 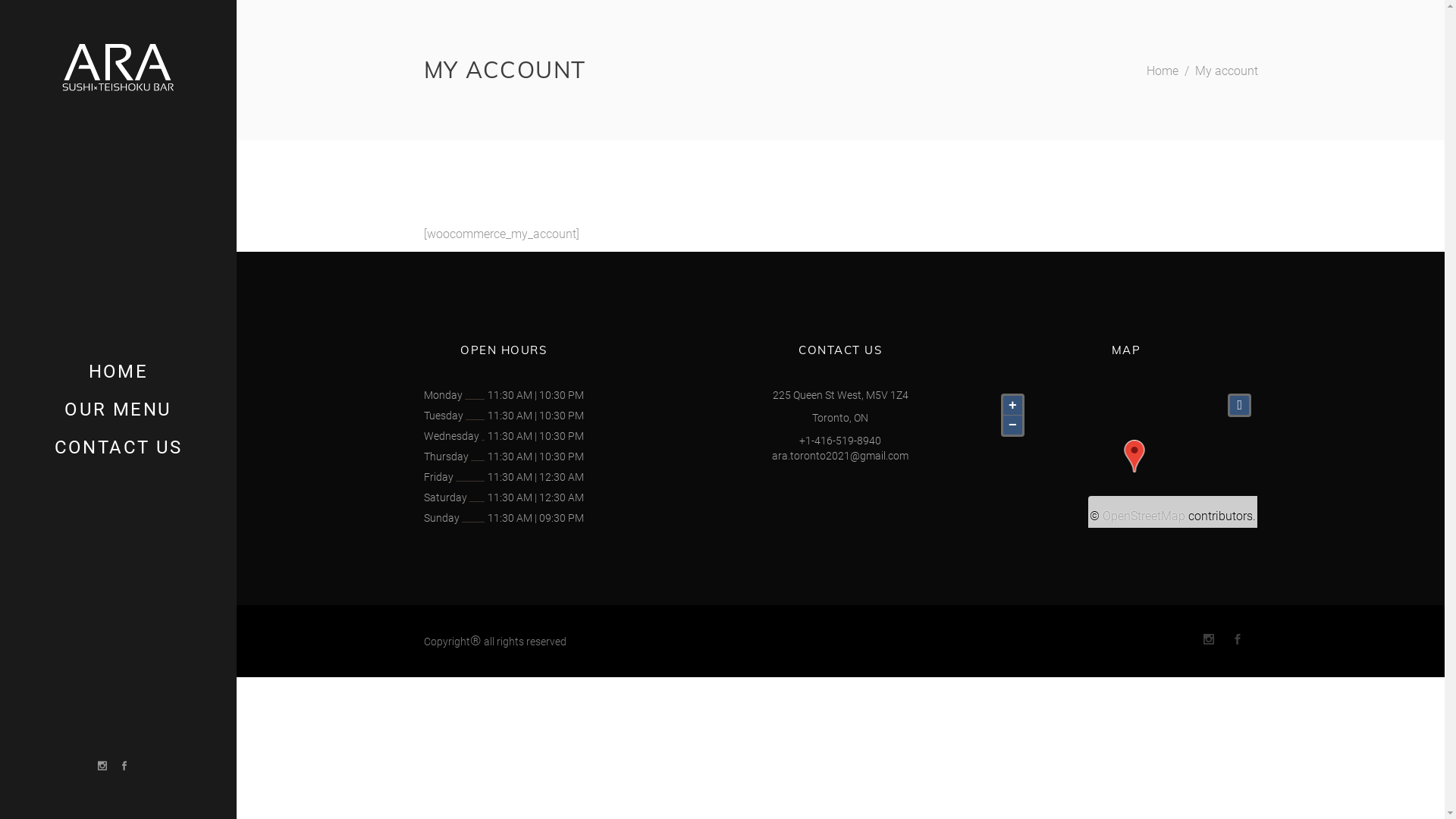 What do you see at coordinates (33, 371) in the screenshot?
I see `'HOME'` at bounding box center [33, 371].